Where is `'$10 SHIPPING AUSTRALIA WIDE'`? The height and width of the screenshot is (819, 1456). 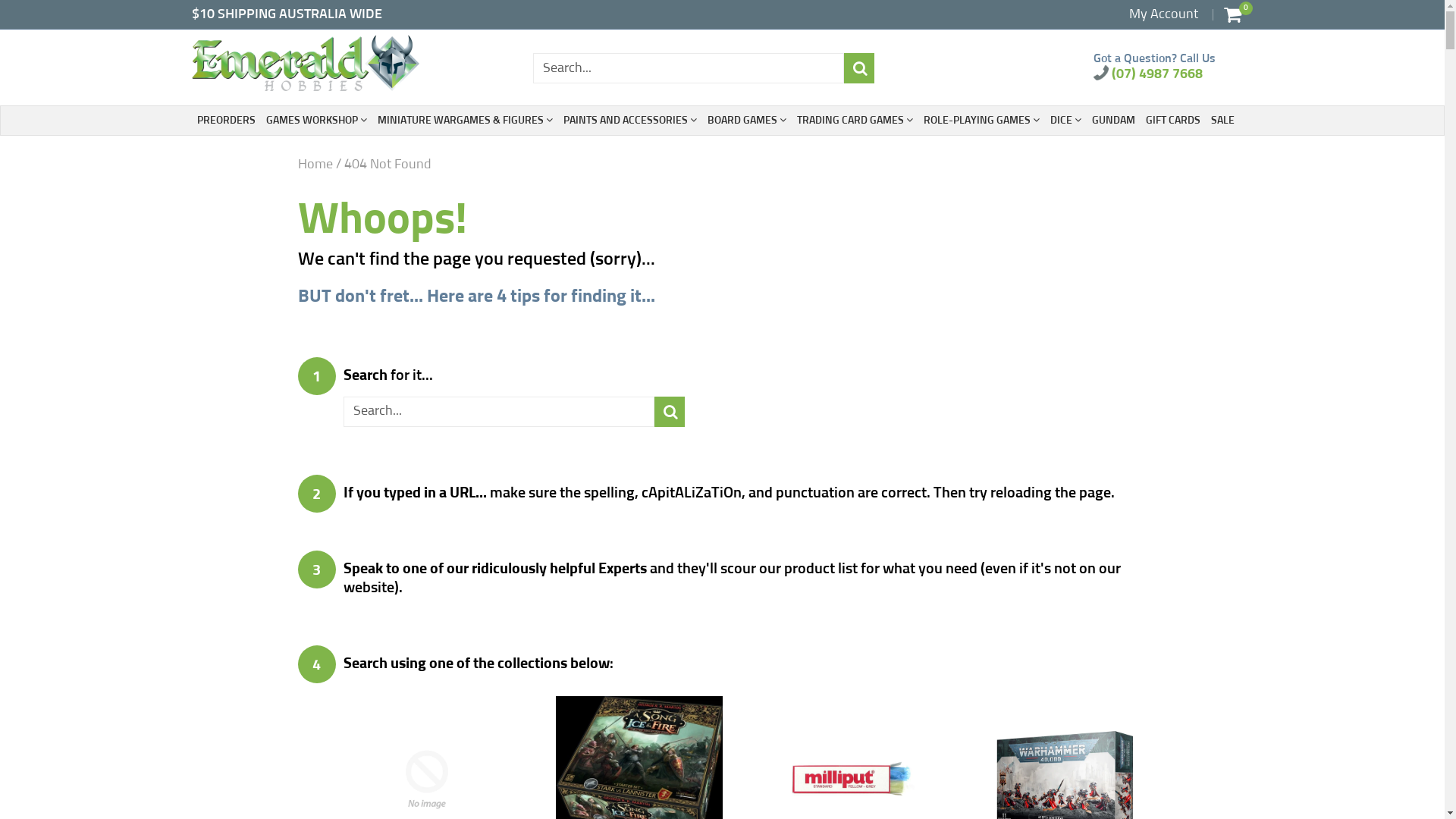
'$10 SHIPPING AUSTRALIA WIDE' is located at coordinates (286, 14).